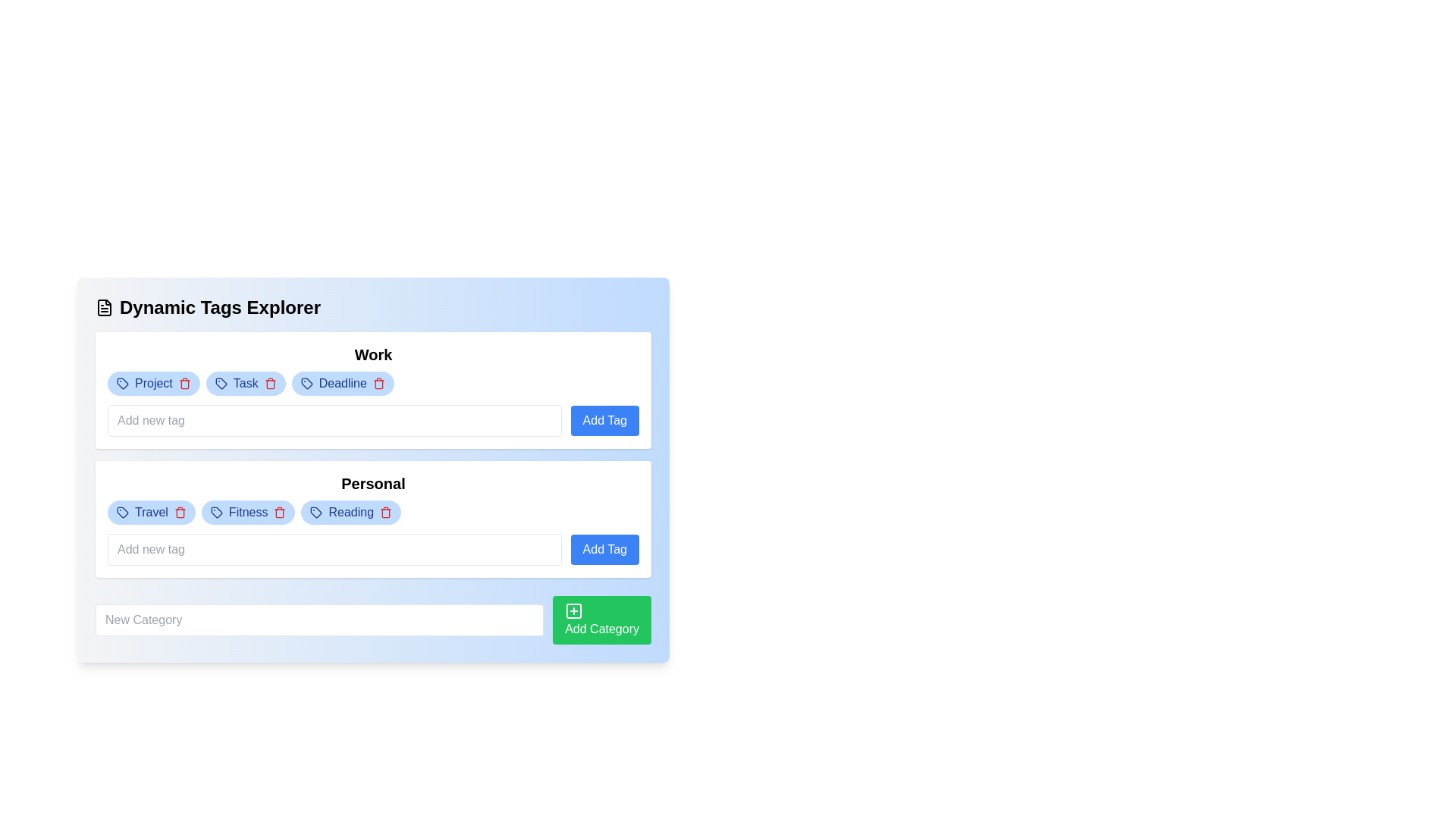 This screenshot has width=1456, height=819. I want to click on the 24x24-pixel SVG icon with a blue border that precedes the label 'Project' in the 'Work' section, so click(123, 382).